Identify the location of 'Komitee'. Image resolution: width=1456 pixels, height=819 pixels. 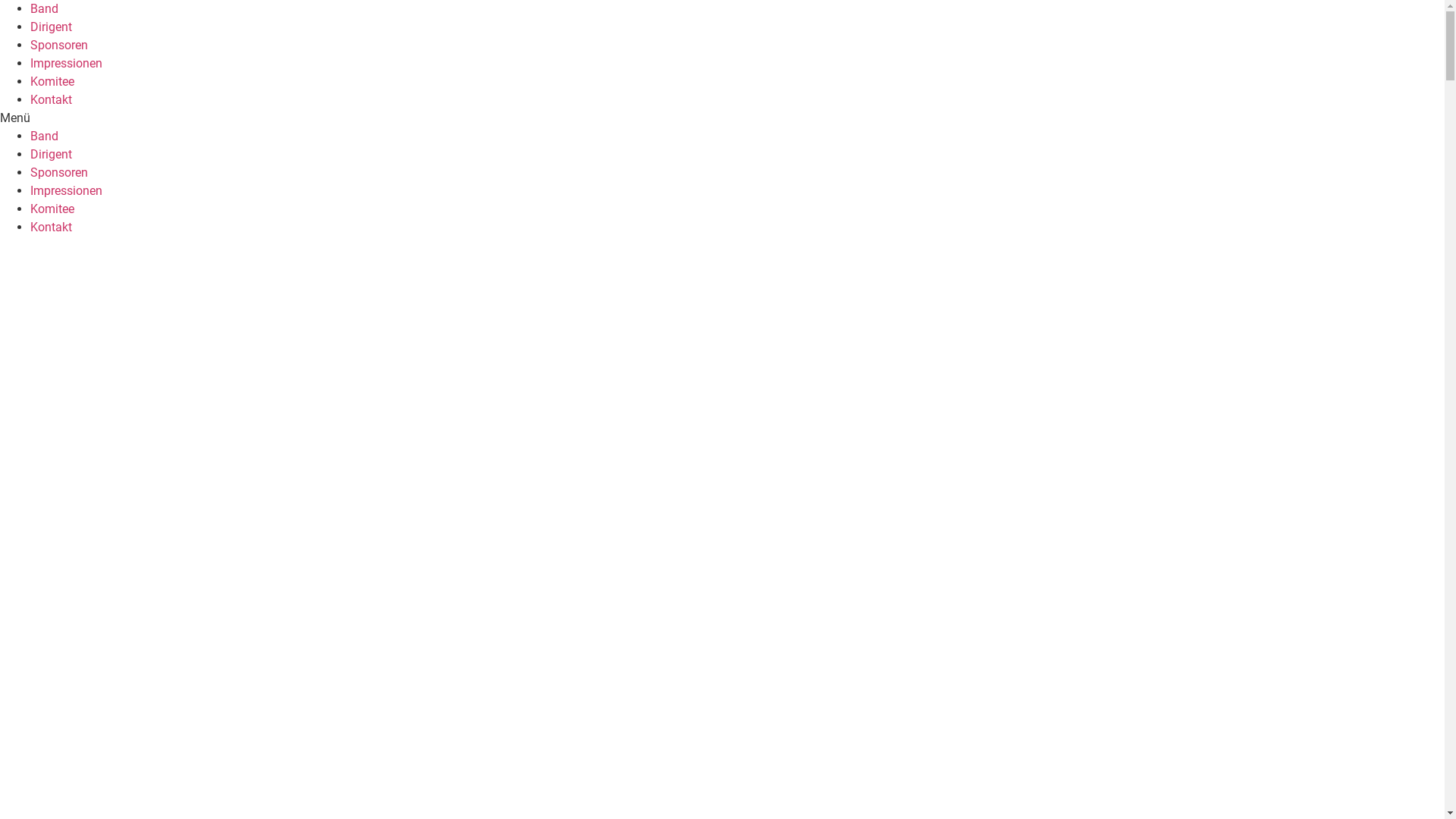
(52, 209).